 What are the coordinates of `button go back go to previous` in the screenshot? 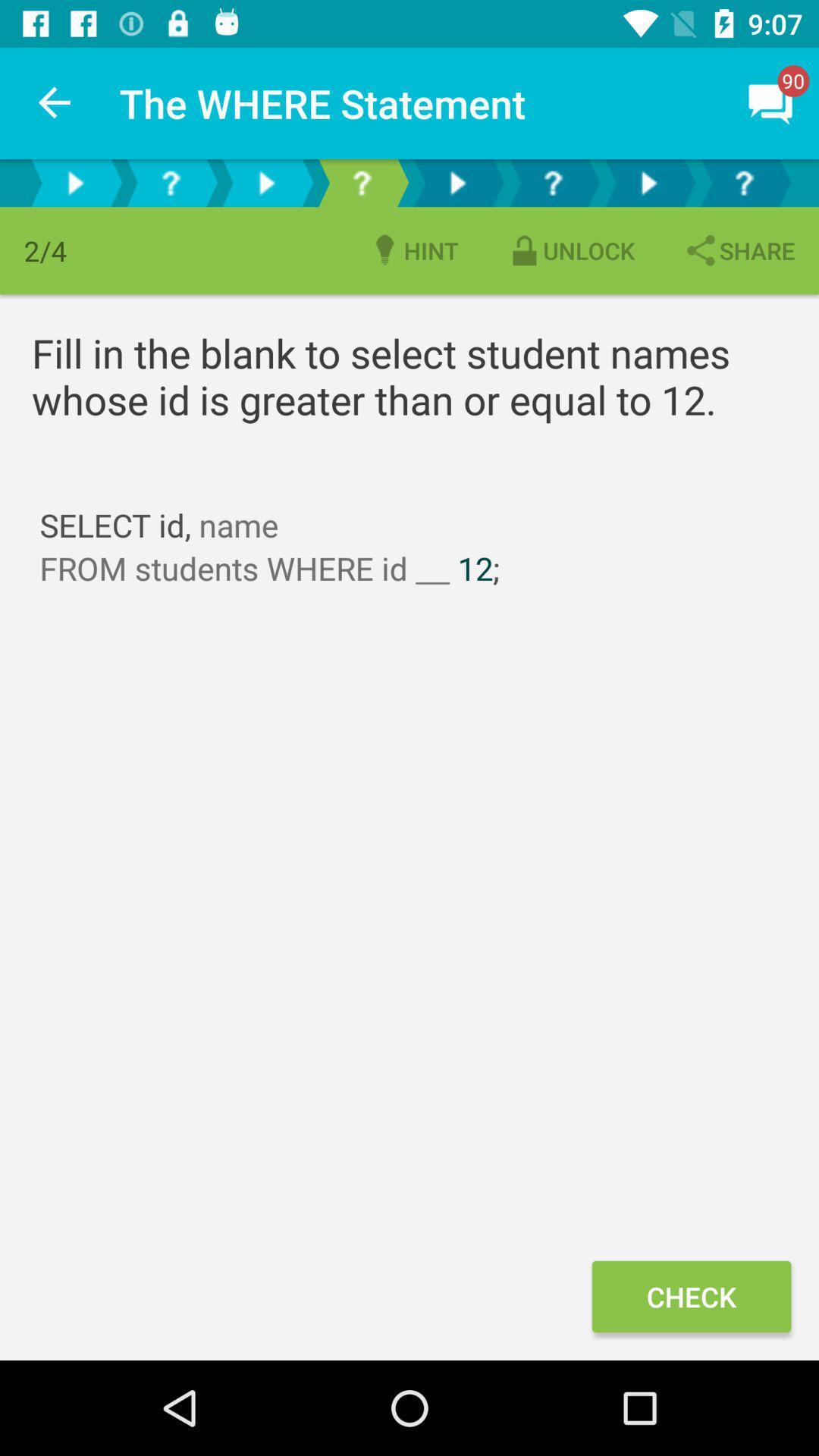 It's located at (265, 182).